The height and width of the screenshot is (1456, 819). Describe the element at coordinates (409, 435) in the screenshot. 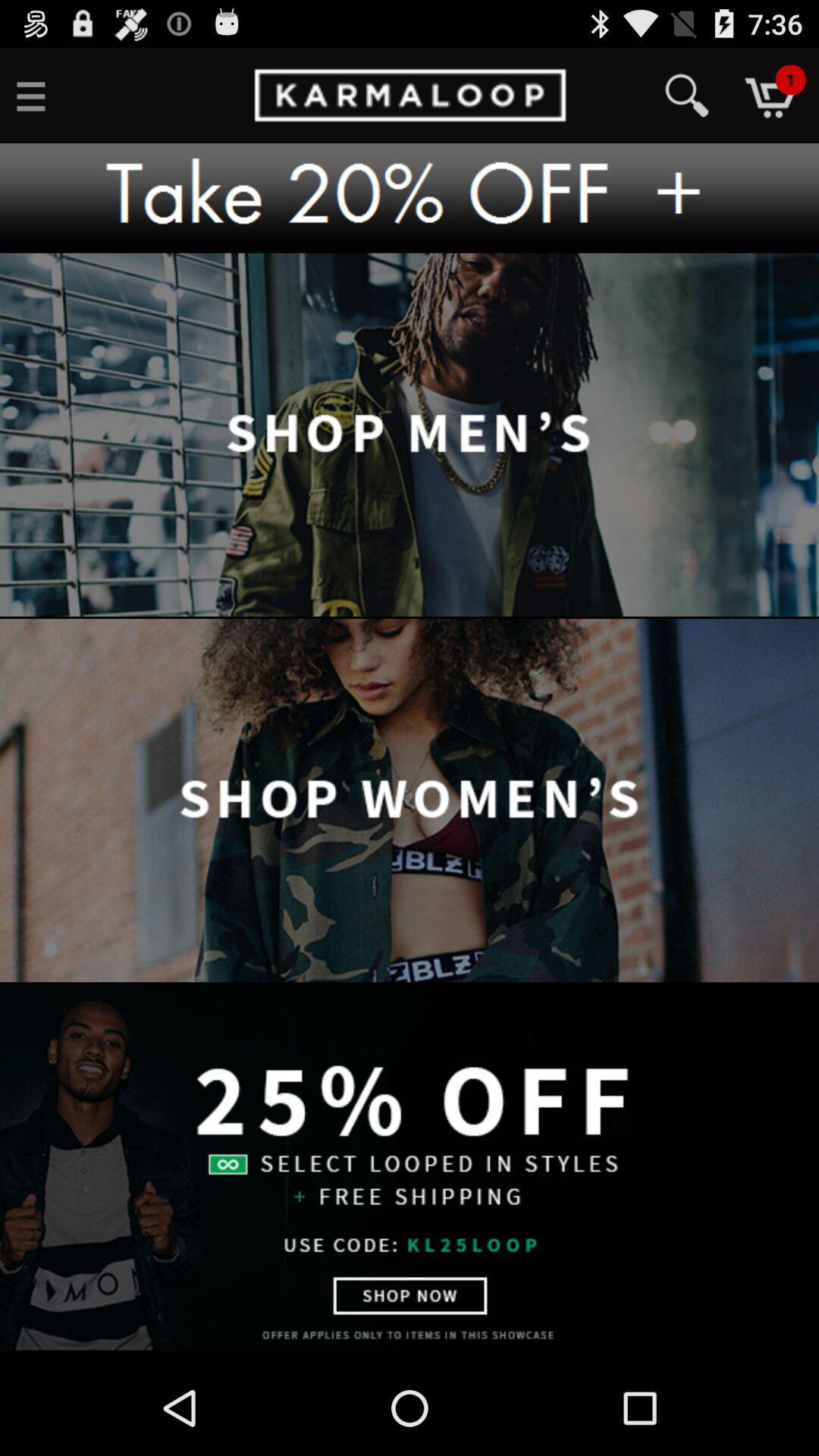

I see `men 's items` at that location.